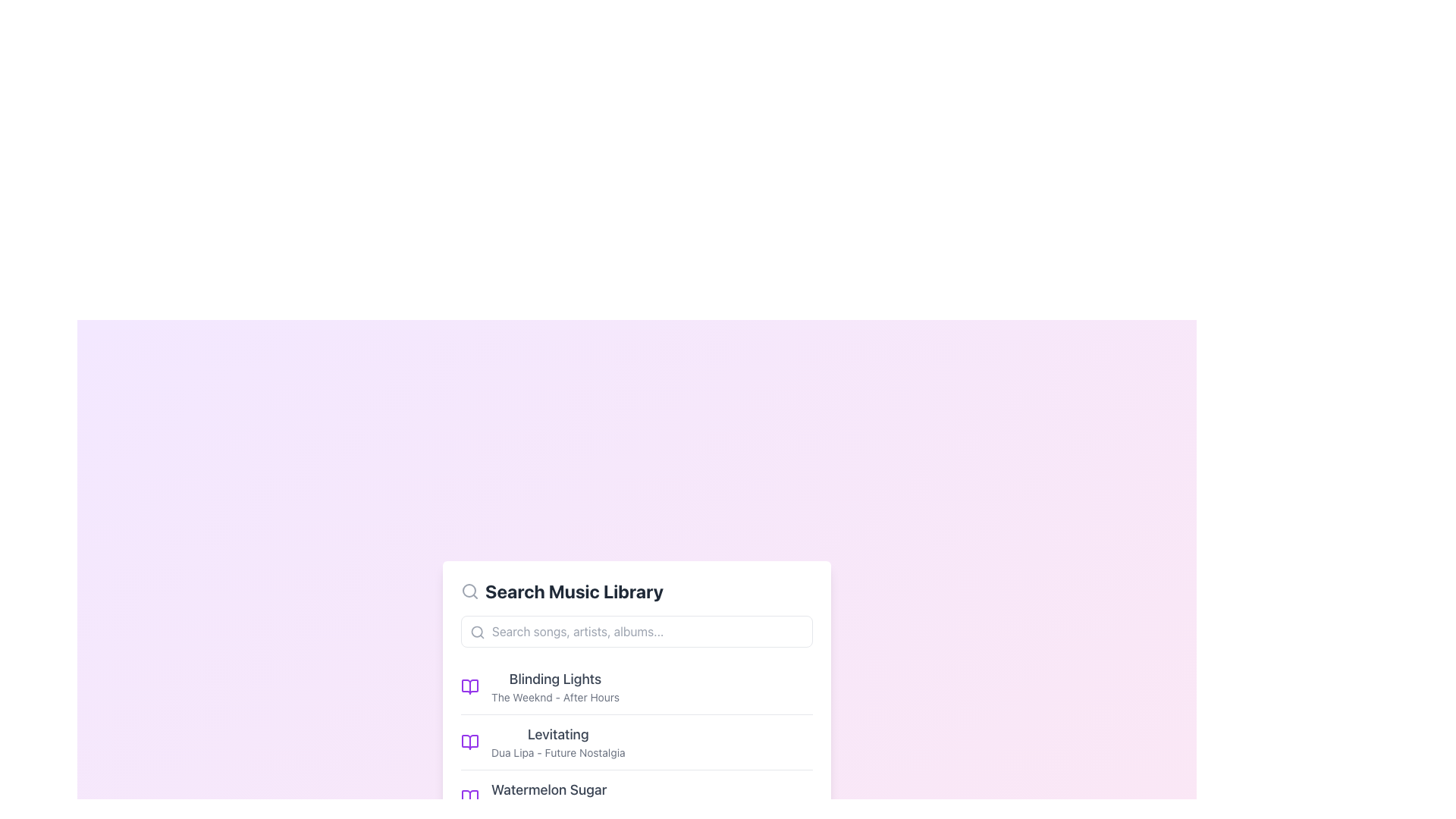  Describe the element at coordinates (637, 686) in the screenshot. I see `to select the music track 'Blinding Lights' by The Weeknd, which is the first item in the list under the 'Search Music Library' section` at that location.